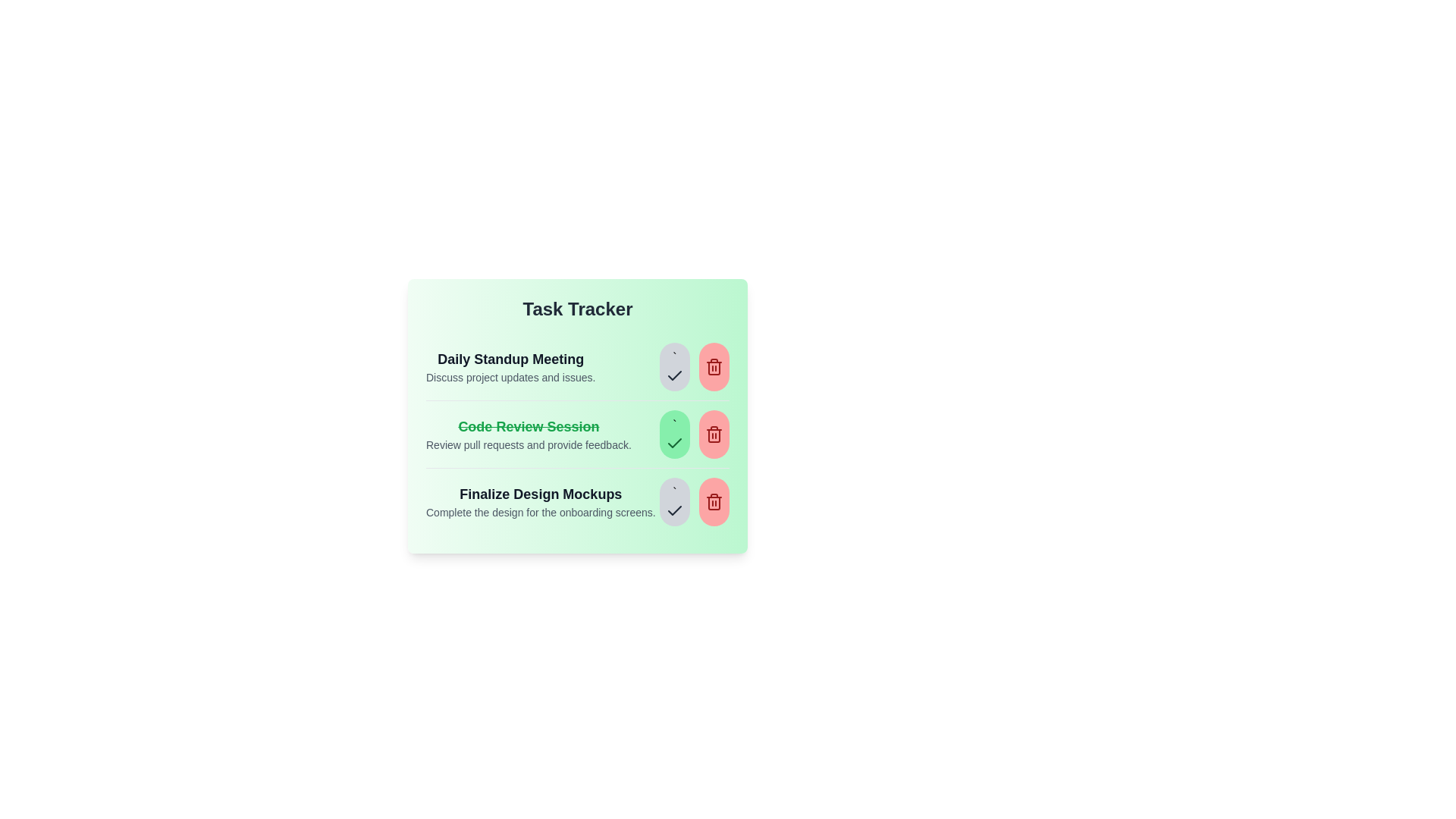 The width and height of the screenshot is (1456, 819). What do you see at coordinates (713, 366) in the screenshot?
I see `the delete button for the task identified by Daily Standup Meeting` at bounding box center [713, 366].